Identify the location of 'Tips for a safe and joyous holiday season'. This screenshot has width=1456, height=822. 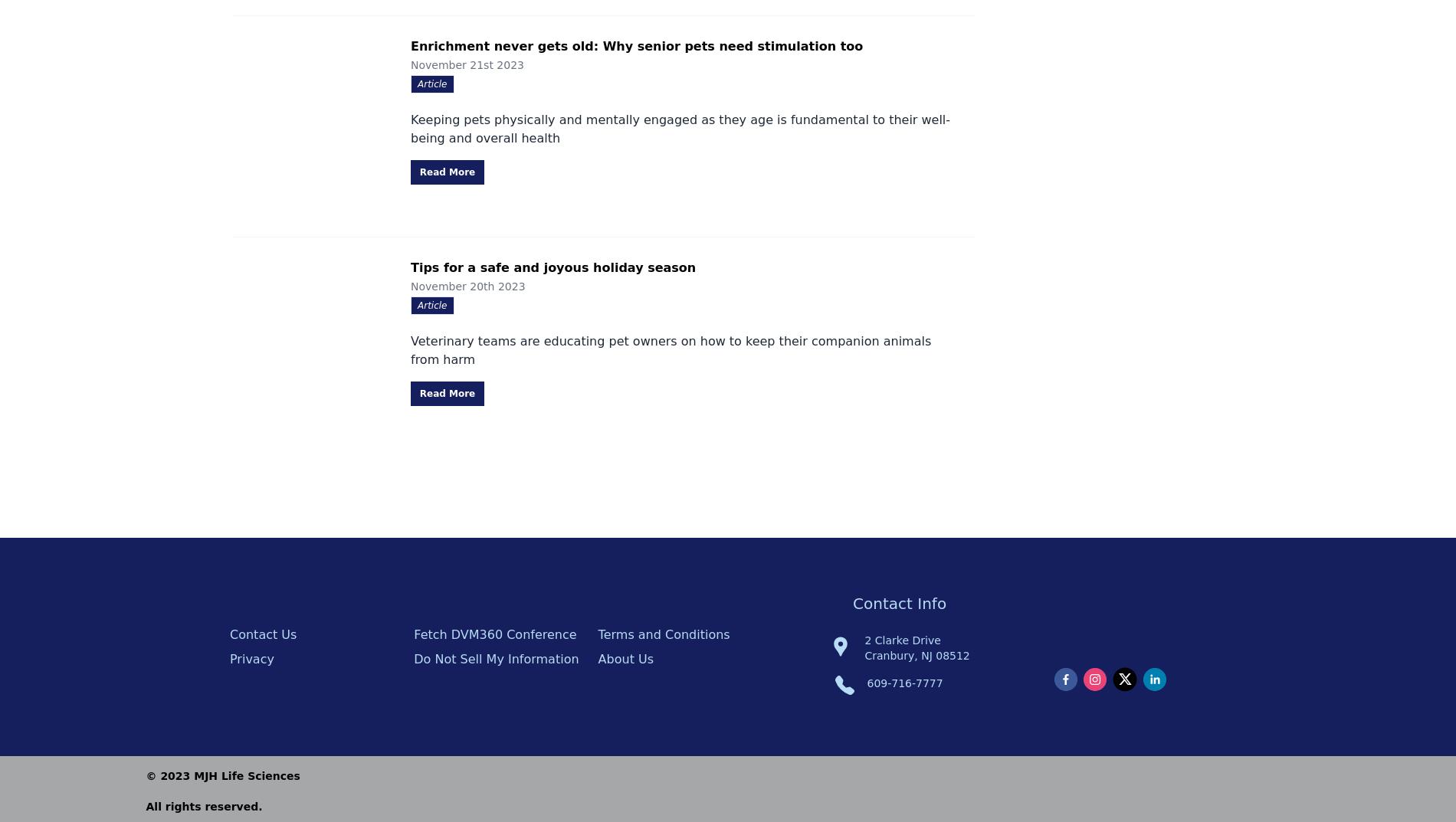
(553, 267).